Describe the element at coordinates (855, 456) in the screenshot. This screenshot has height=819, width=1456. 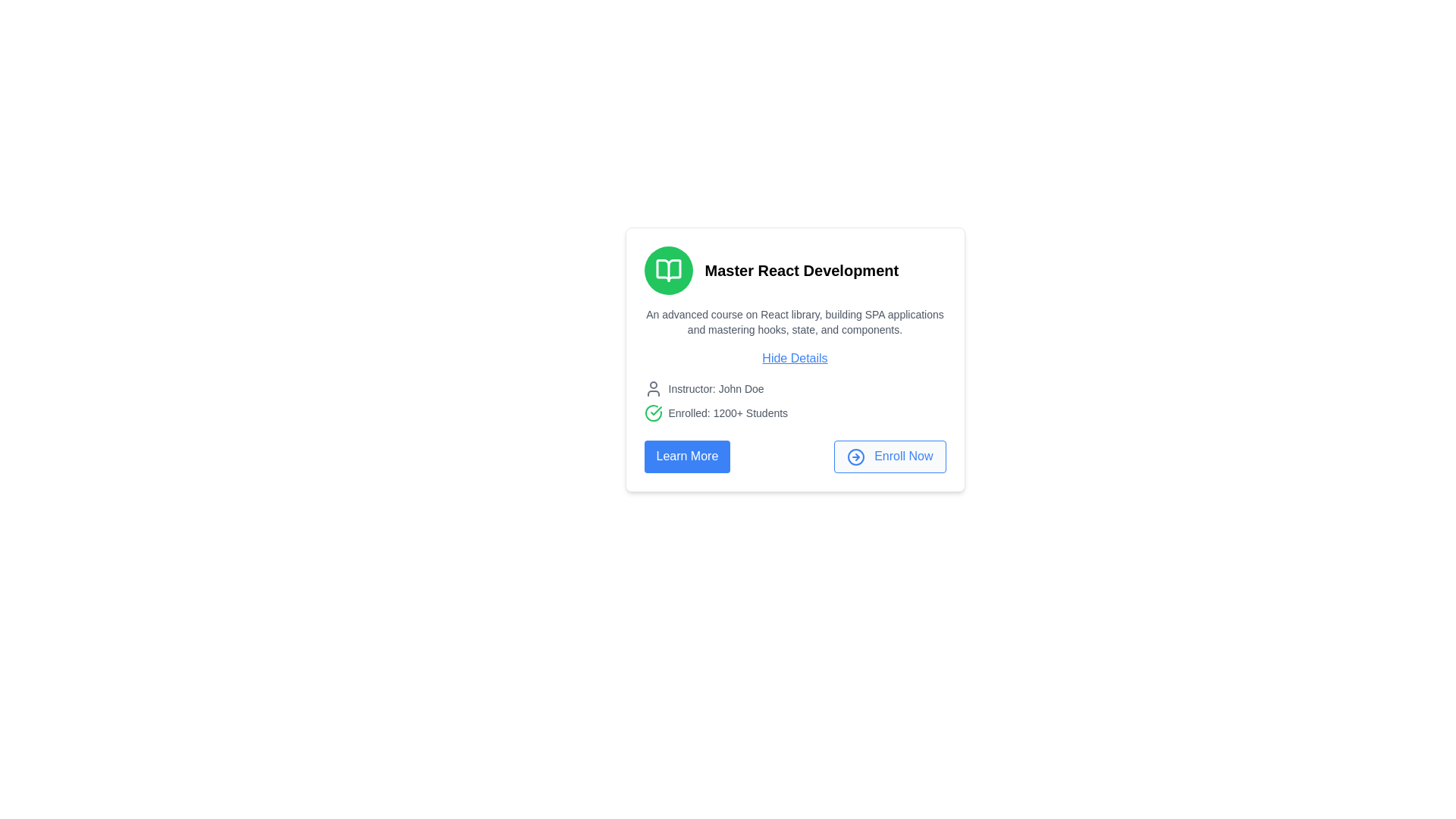
I see `the SVG graphic icon resembling a circular arrow pointing right, which is located to the immediate left of the 'Enroll Now' button text at the bottom-right of the card layout` at that location.